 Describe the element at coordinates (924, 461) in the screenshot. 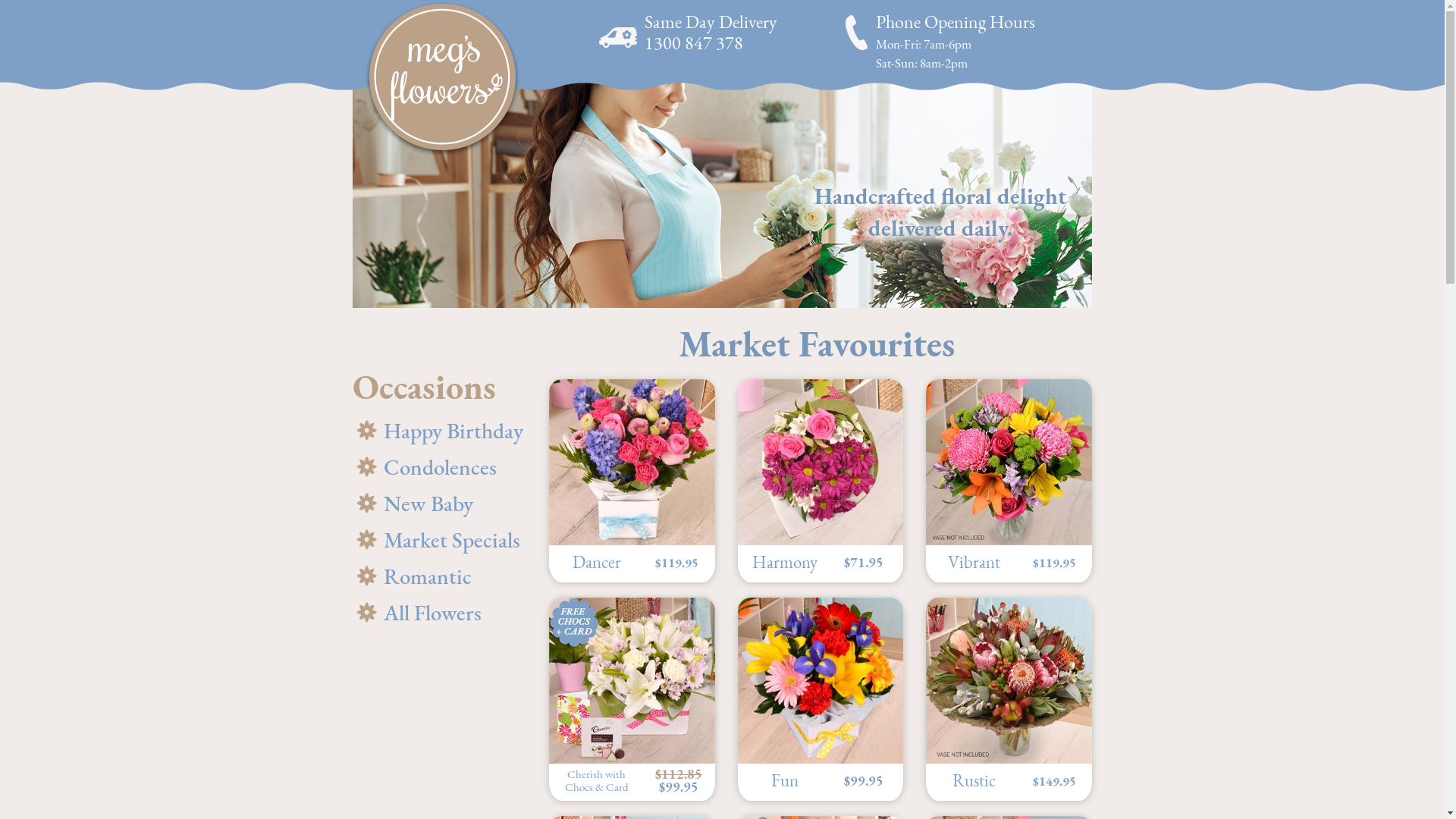

I see `'Vibrant Flowers'` at that location.